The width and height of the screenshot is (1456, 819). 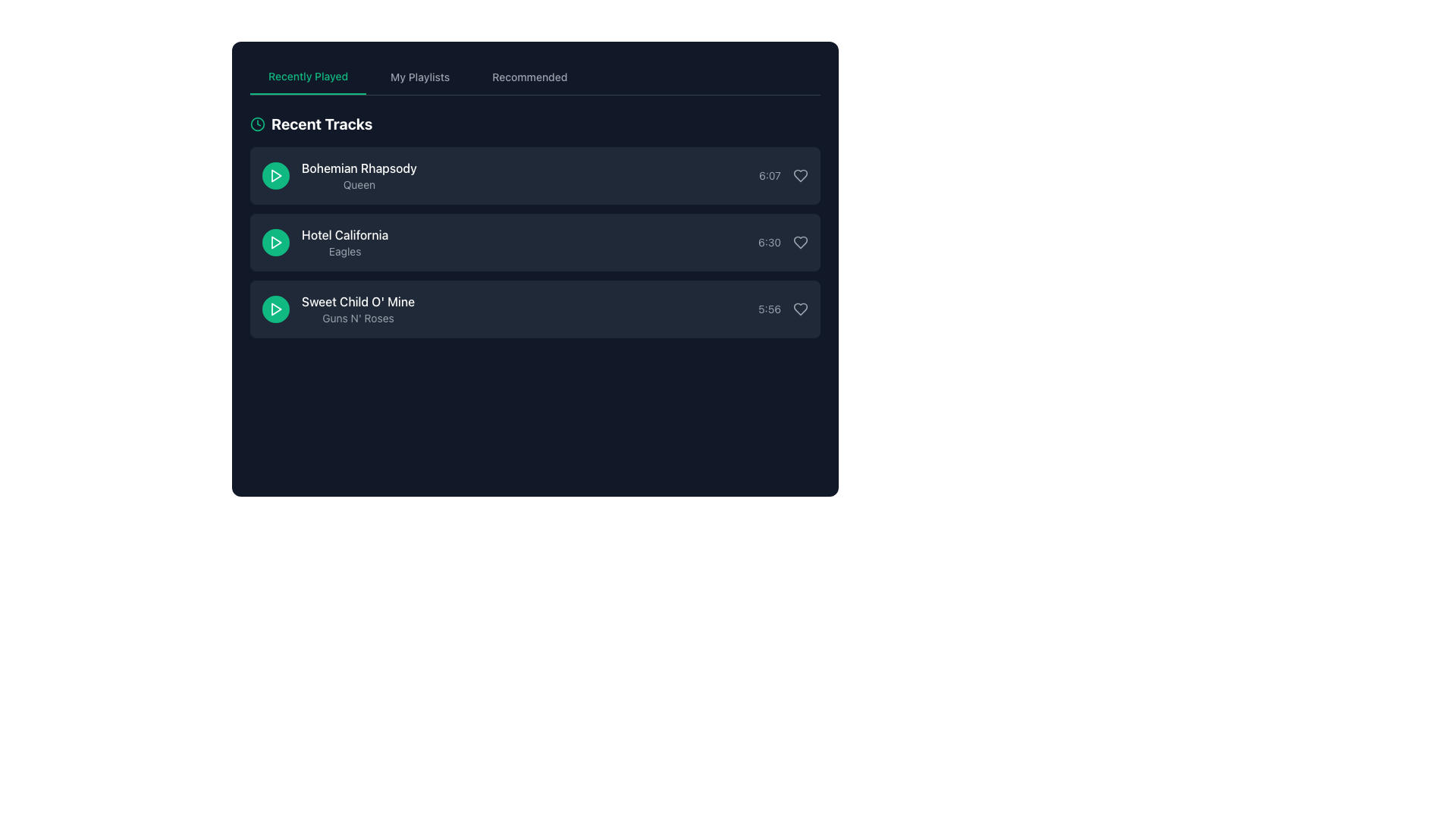 What do you see at coordinates (800, 174) in the screenshot?
I see `the heart-shaped icon outlined in gray, which is positioned to the far right of the timestamp '6:07' and aligned horizontally with it` at bounding box center [800, 174].